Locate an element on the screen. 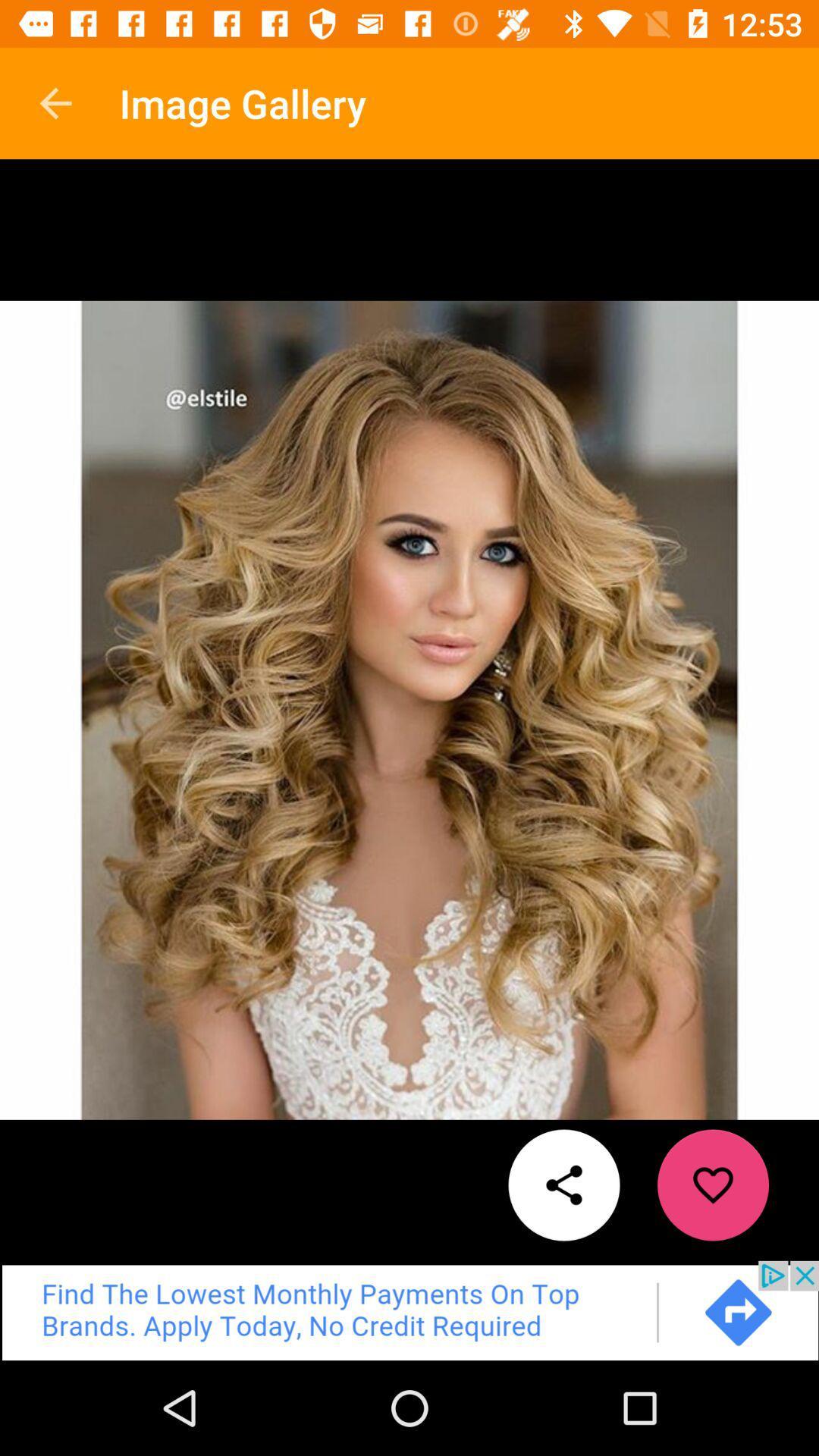 This screenshot has height=1456, width=819. share the article is located at coordinates (564, 1185).